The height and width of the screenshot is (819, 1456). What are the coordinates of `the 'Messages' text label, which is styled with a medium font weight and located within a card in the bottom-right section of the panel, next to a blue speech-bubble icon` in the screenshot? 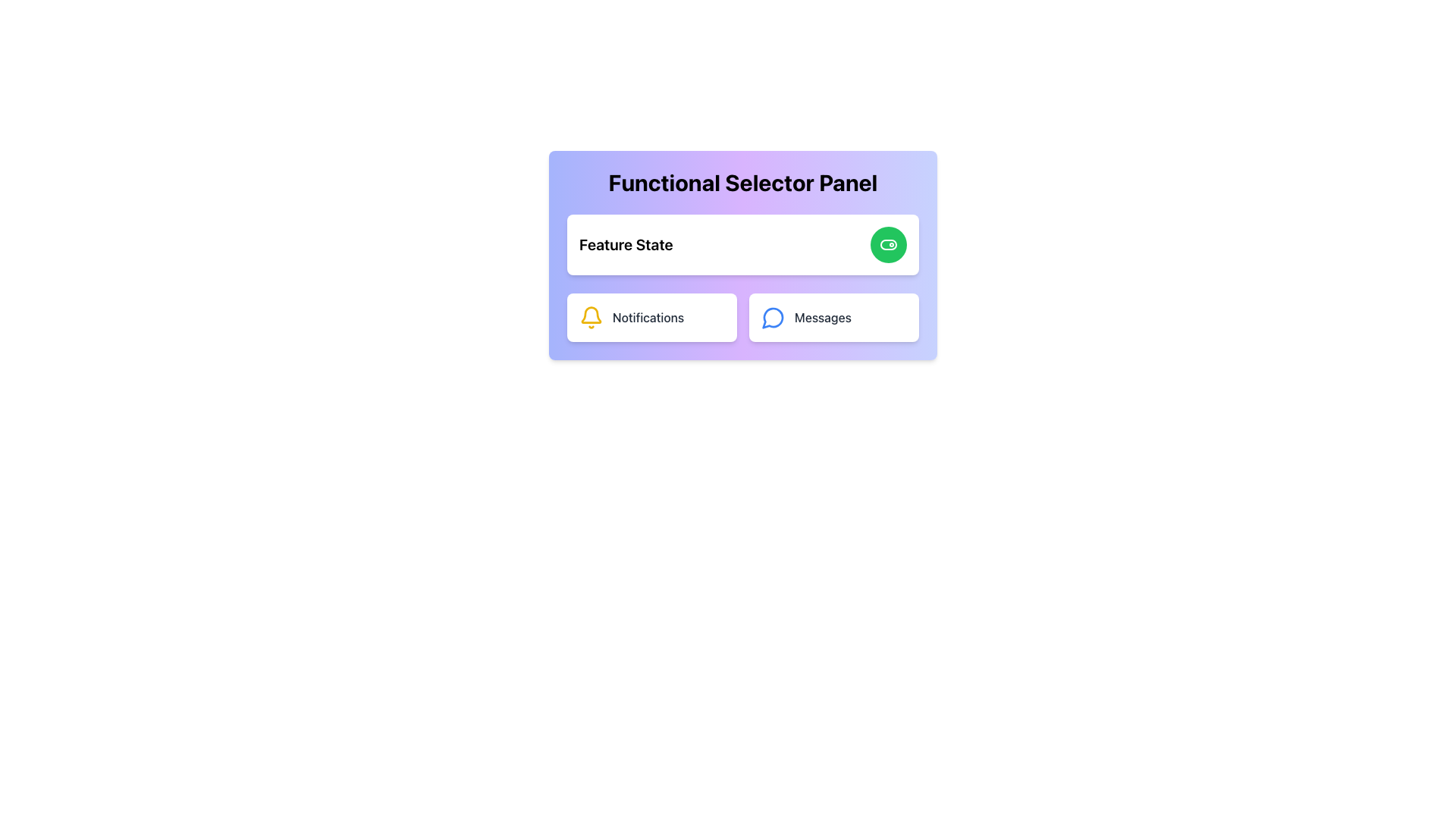 It's located at (822, 317).